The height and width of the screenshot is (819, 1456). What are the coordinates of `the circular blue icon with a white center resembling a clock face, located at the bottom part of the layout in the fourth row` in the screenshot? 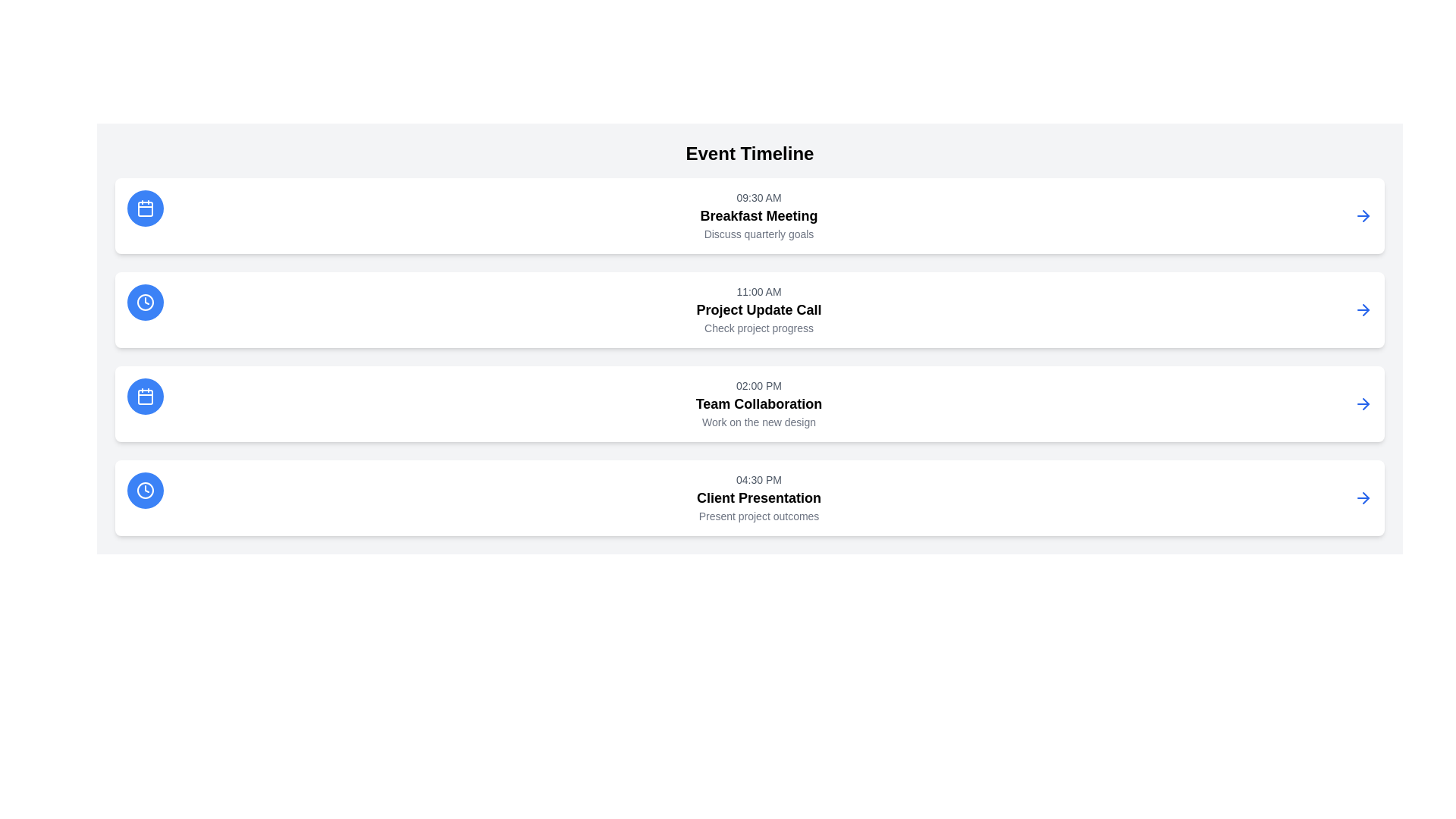 It's located at (146, 302).